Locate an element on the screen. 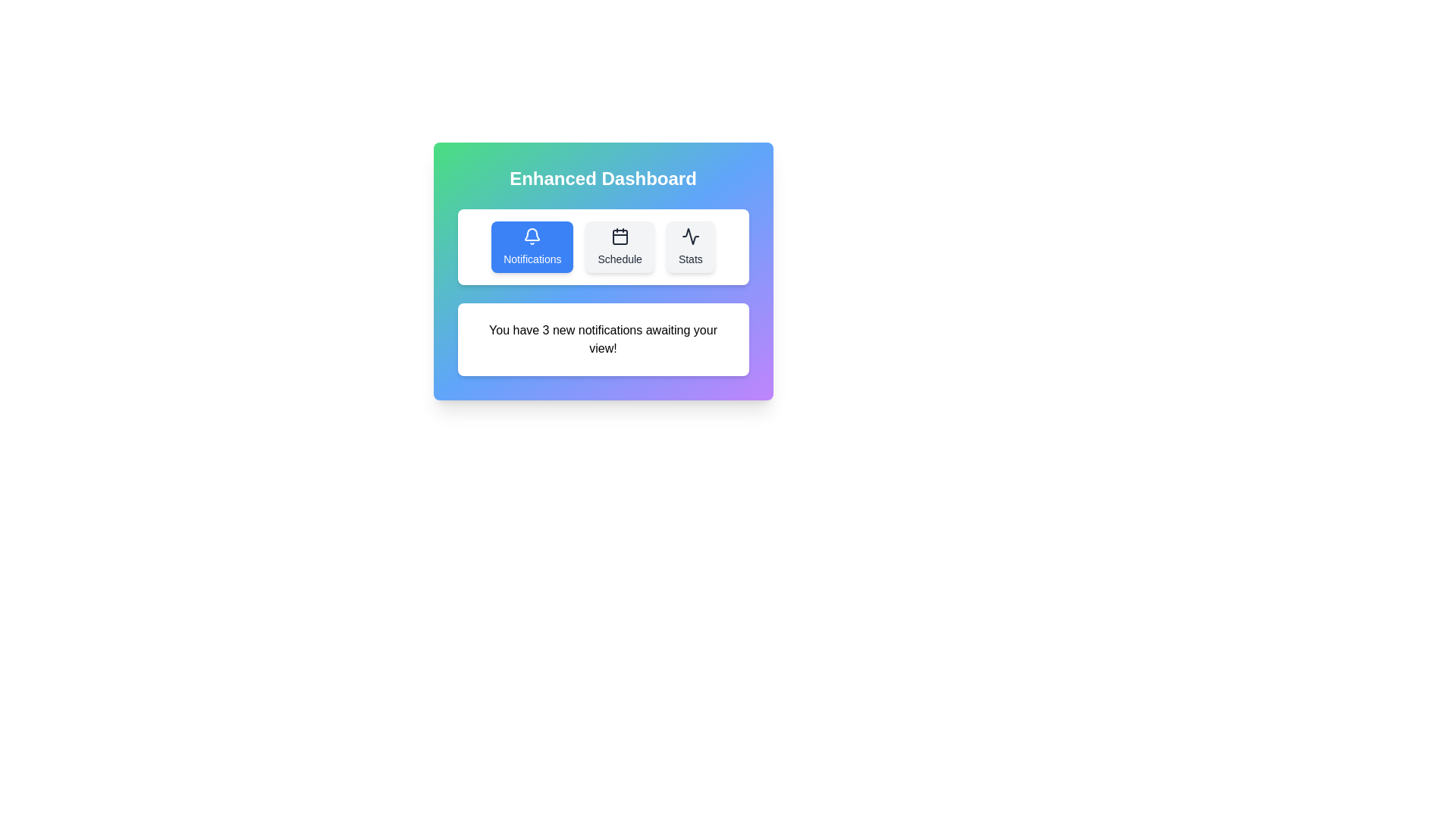 The image size is (1456, 819). the 'Schedule' button which contains a calendar icon, located in the middle of three horizontally arranged buttons below 'Enhanced Dashboard' is located at coordinates (620, 237).